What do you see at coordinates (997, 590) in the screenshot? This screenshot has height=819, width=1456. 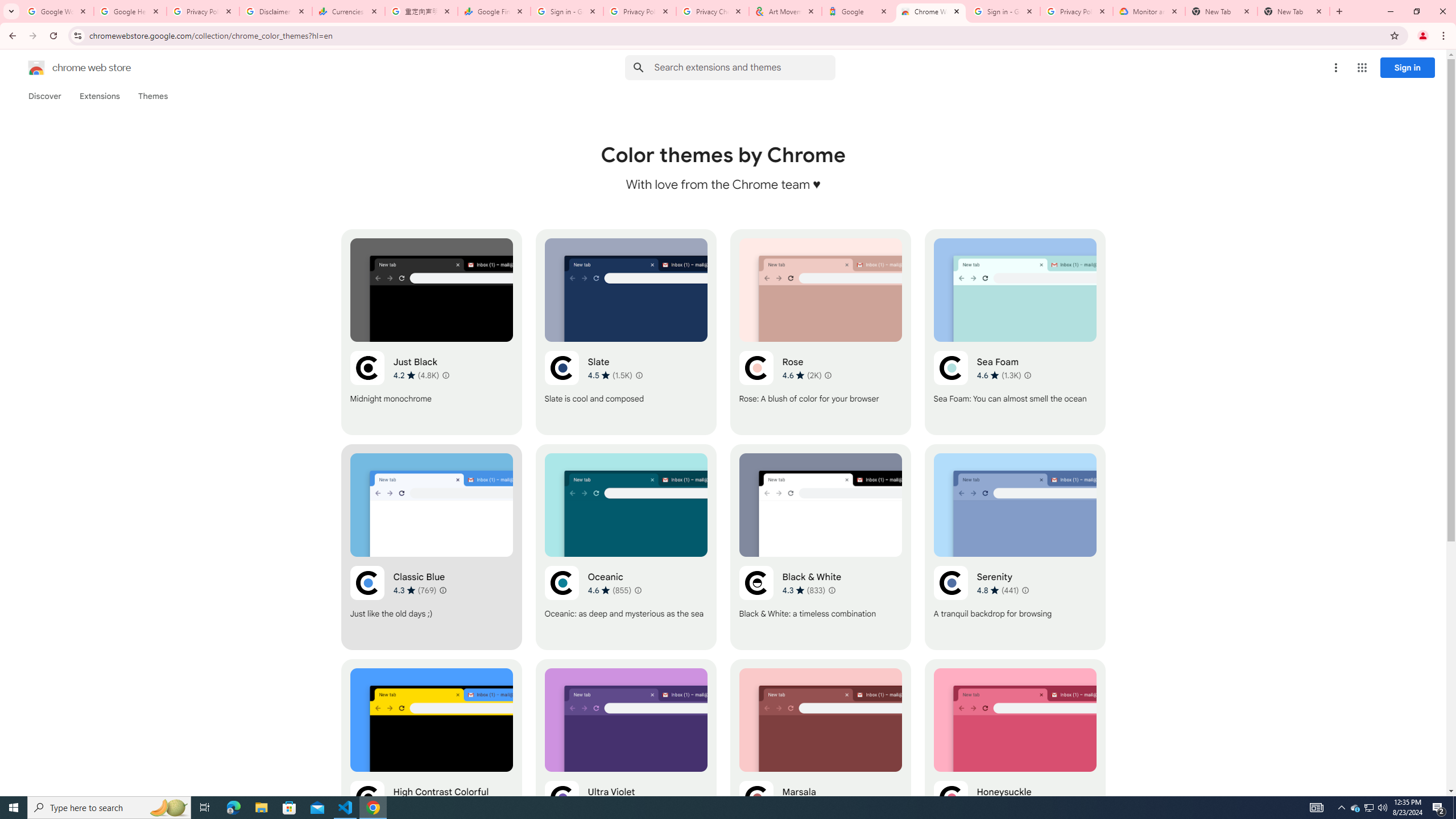 I see `'Average rating 4.8 out of 5 stars. 441 ratings.'` at bounding box center [997, 590].